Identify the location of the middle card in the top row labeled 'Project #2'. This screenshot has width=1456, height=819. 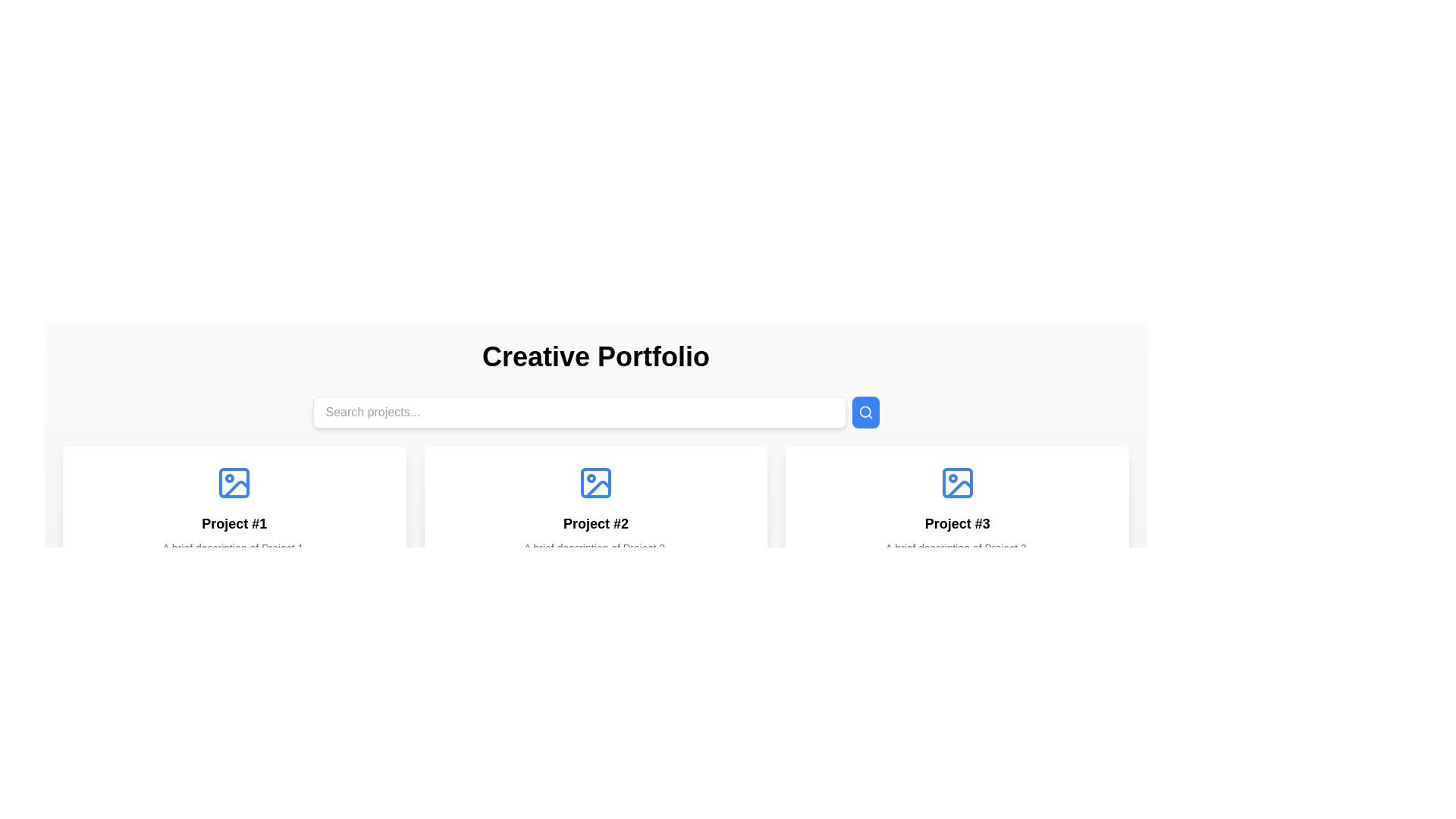
(595, 529).